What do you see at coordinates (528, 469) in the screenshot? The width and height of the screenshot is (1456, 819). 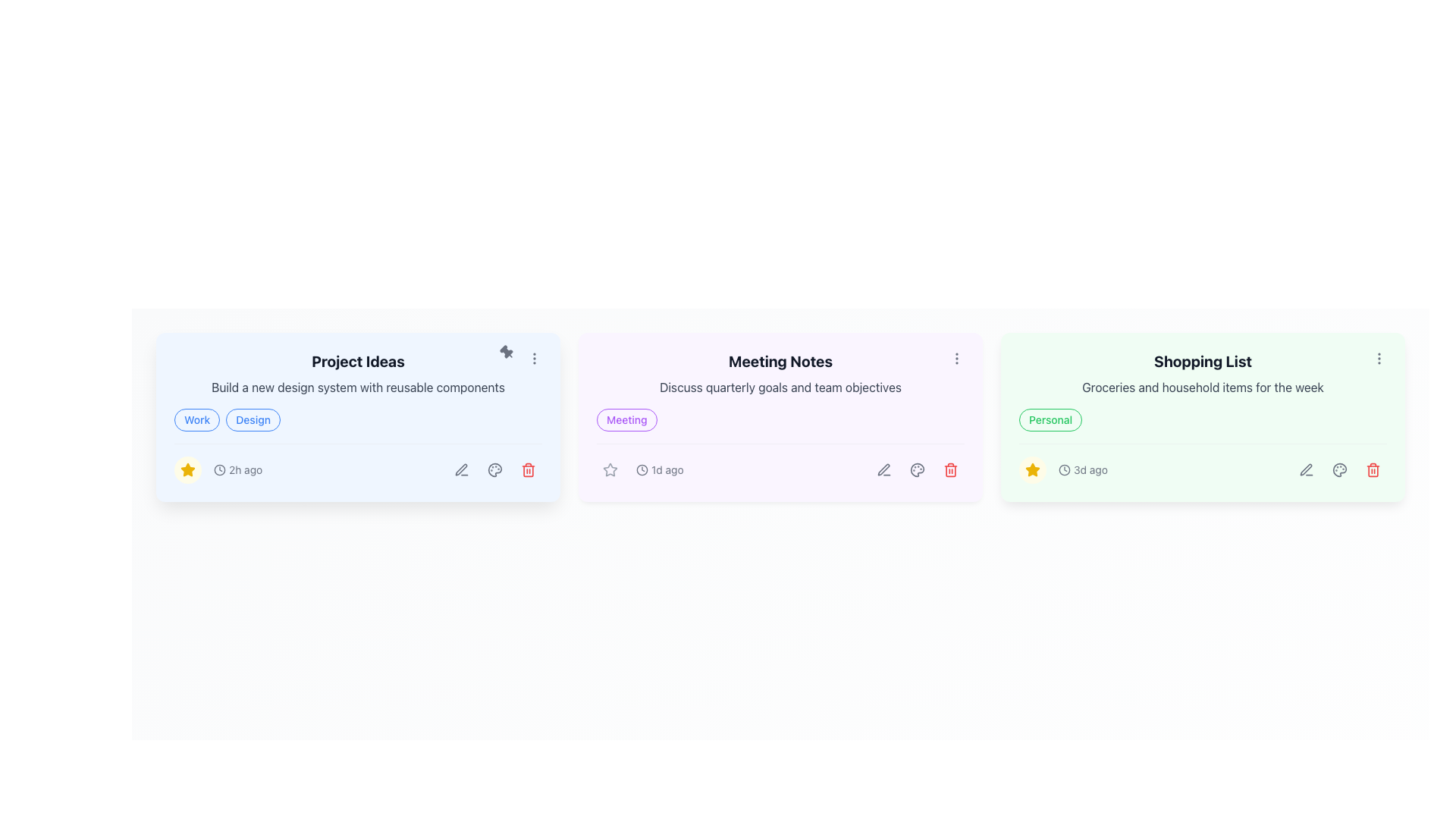 I see `the icon button with a trash can symbol located at the bottom-right corner of the 'Project Ideas' card` at bounding box center [528, 469].